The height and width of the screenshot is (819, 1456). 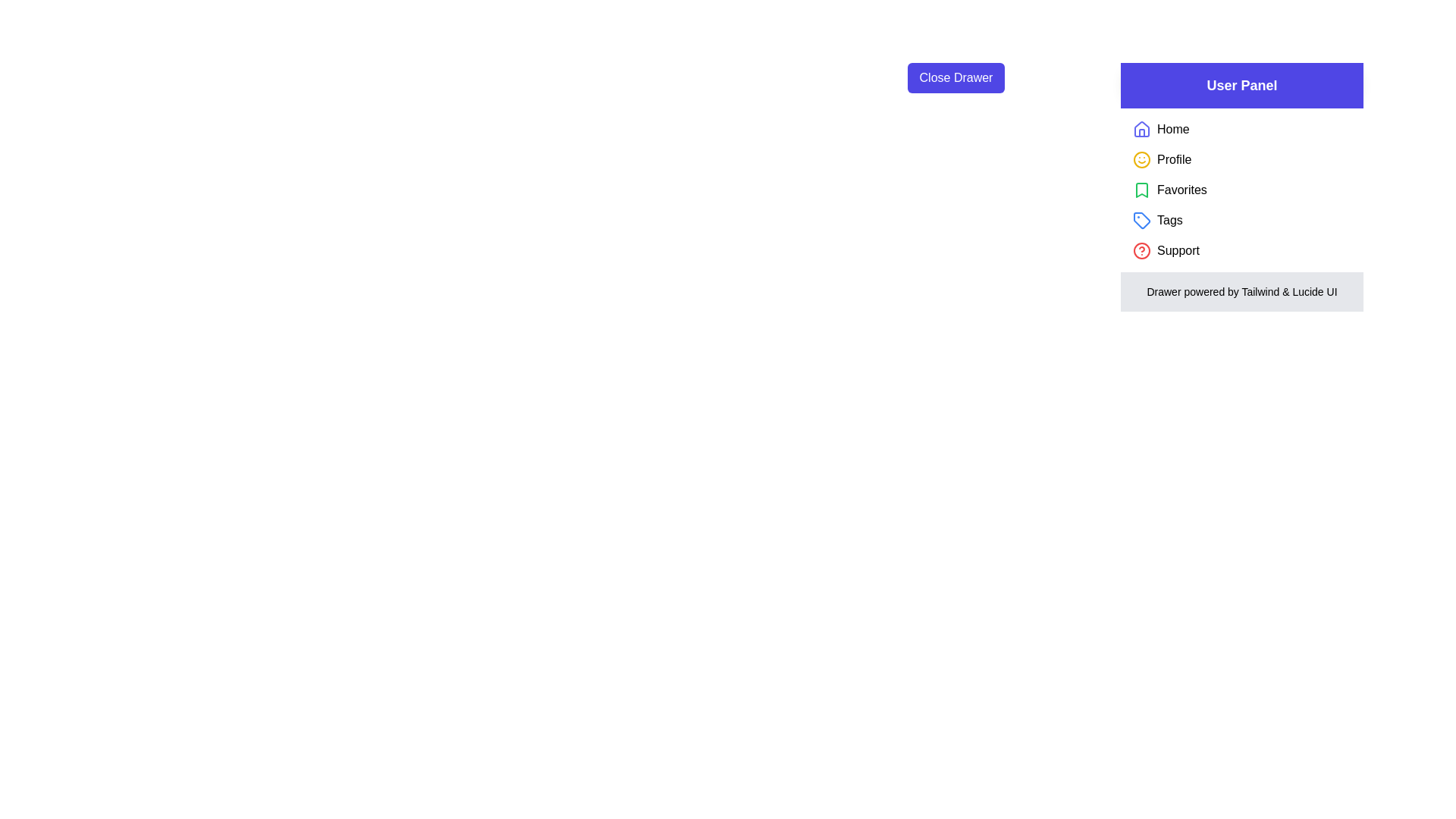 What do you see at coordinates (1241, 292) in the screenshot?
I see `the footer area to view its information` at bounding box center [1241, 292].